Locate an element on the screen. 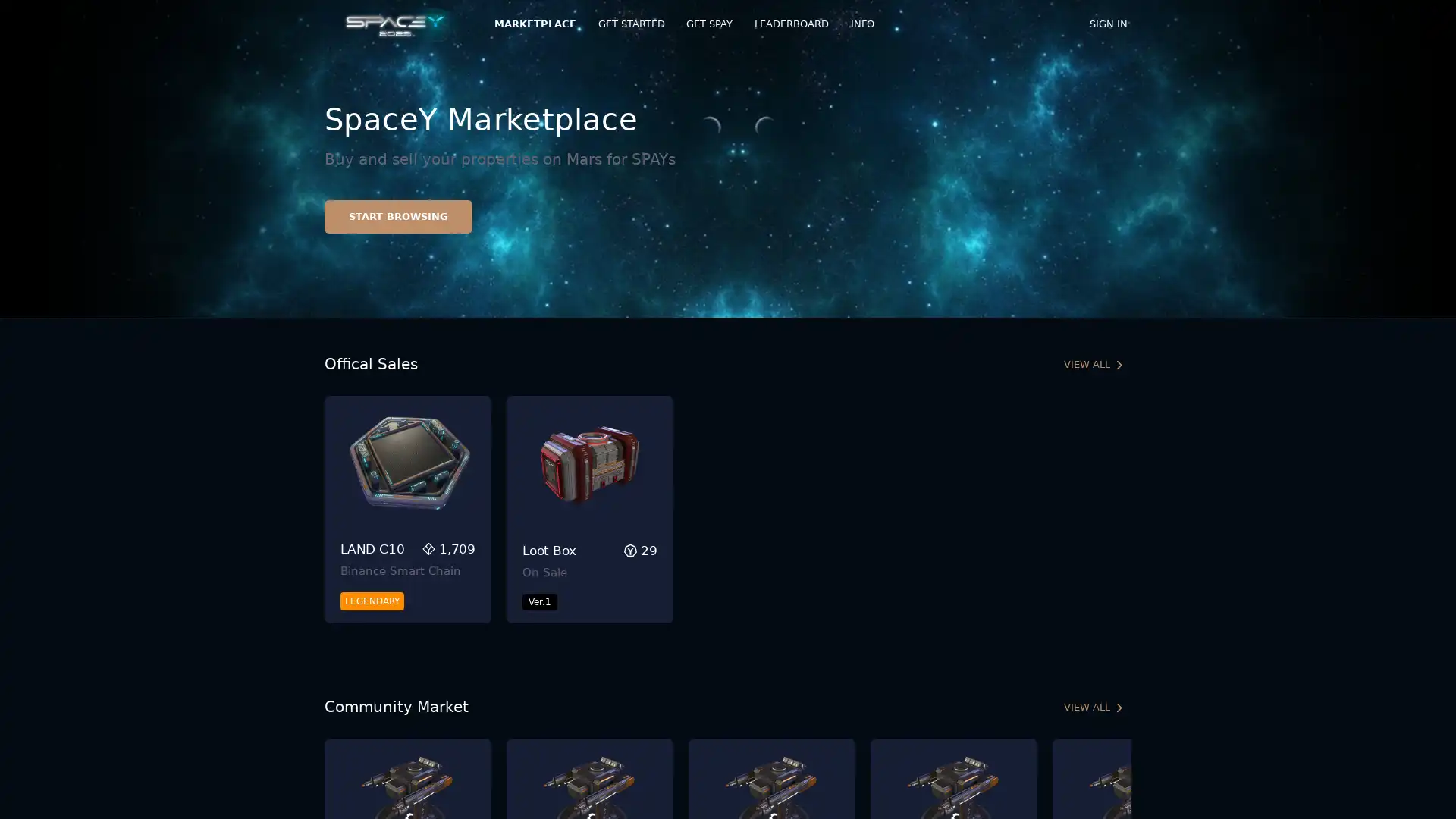 The height and width of the screenshot is (819, 1456). VIEW ALL is located at coordinates (1094, 365).